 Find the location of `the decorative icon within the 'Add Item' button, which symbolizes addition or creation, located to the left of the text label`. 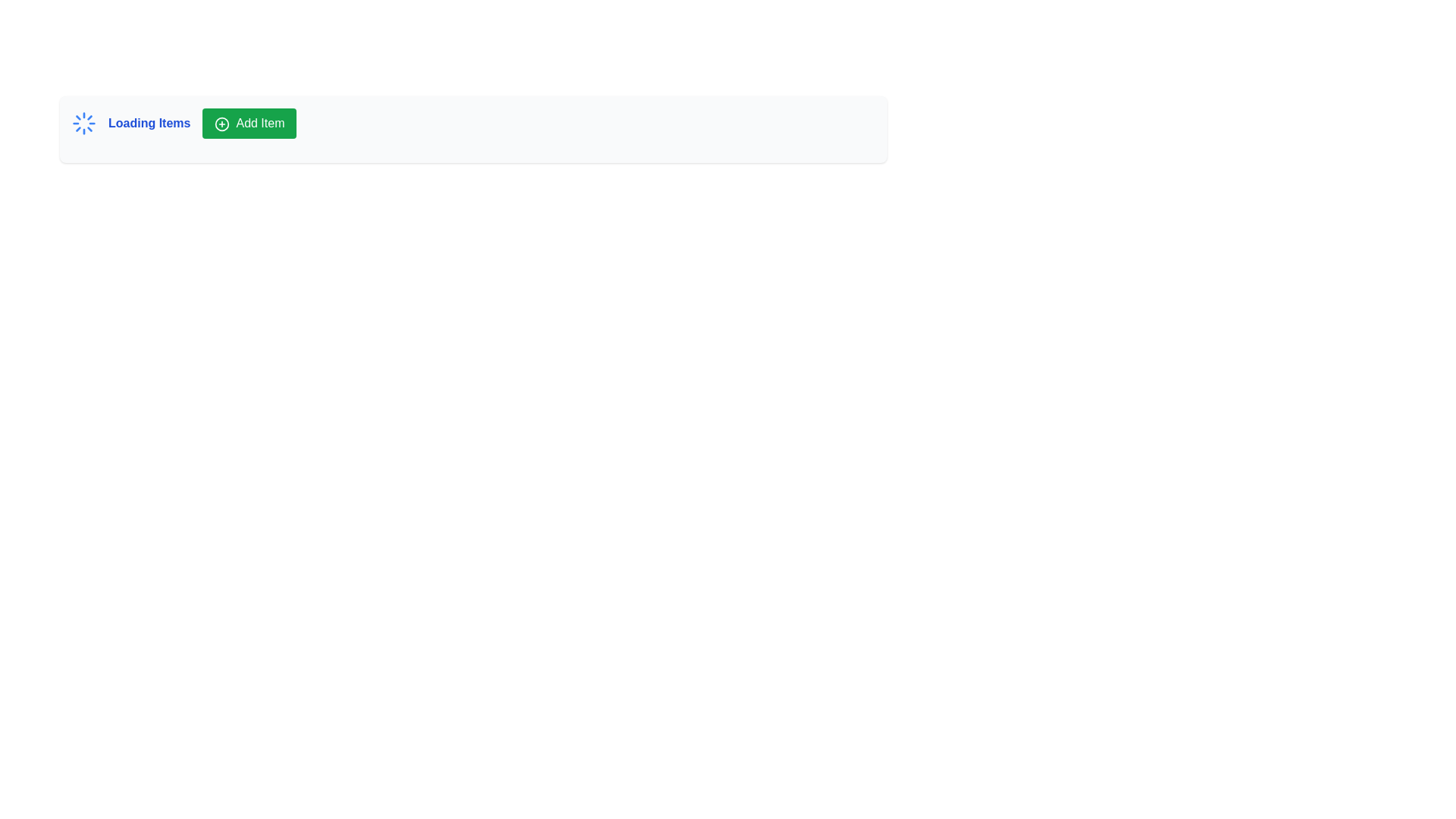

the decorative icon within the 'Add Item' button, which symbolizes addition or creation, located to the left of the text label is located at coordinates (221, 123).